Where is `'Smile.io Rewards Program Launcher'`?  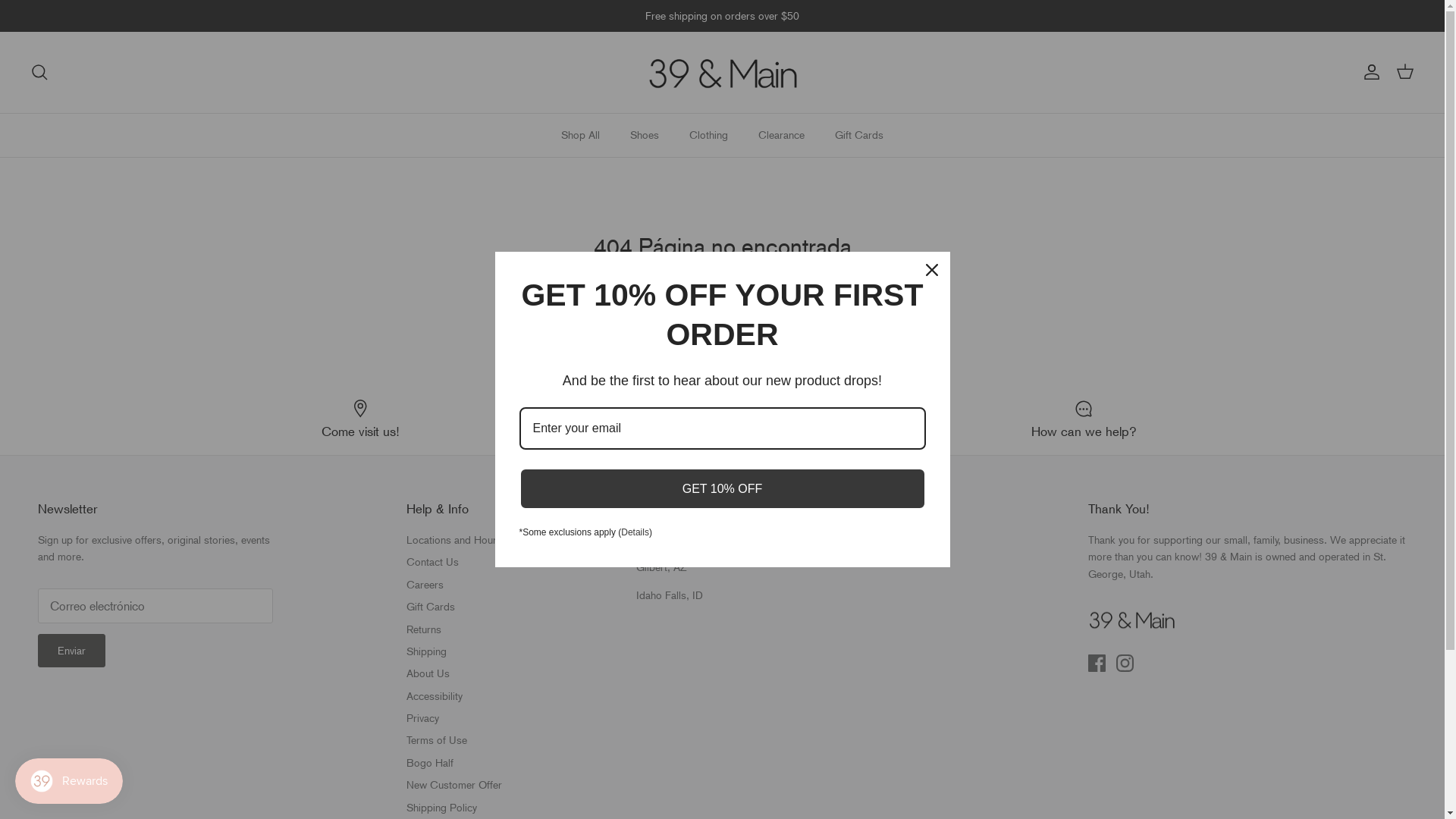 'Smile.io Rewards Program Launcher' is located at coordinates (68, 780).